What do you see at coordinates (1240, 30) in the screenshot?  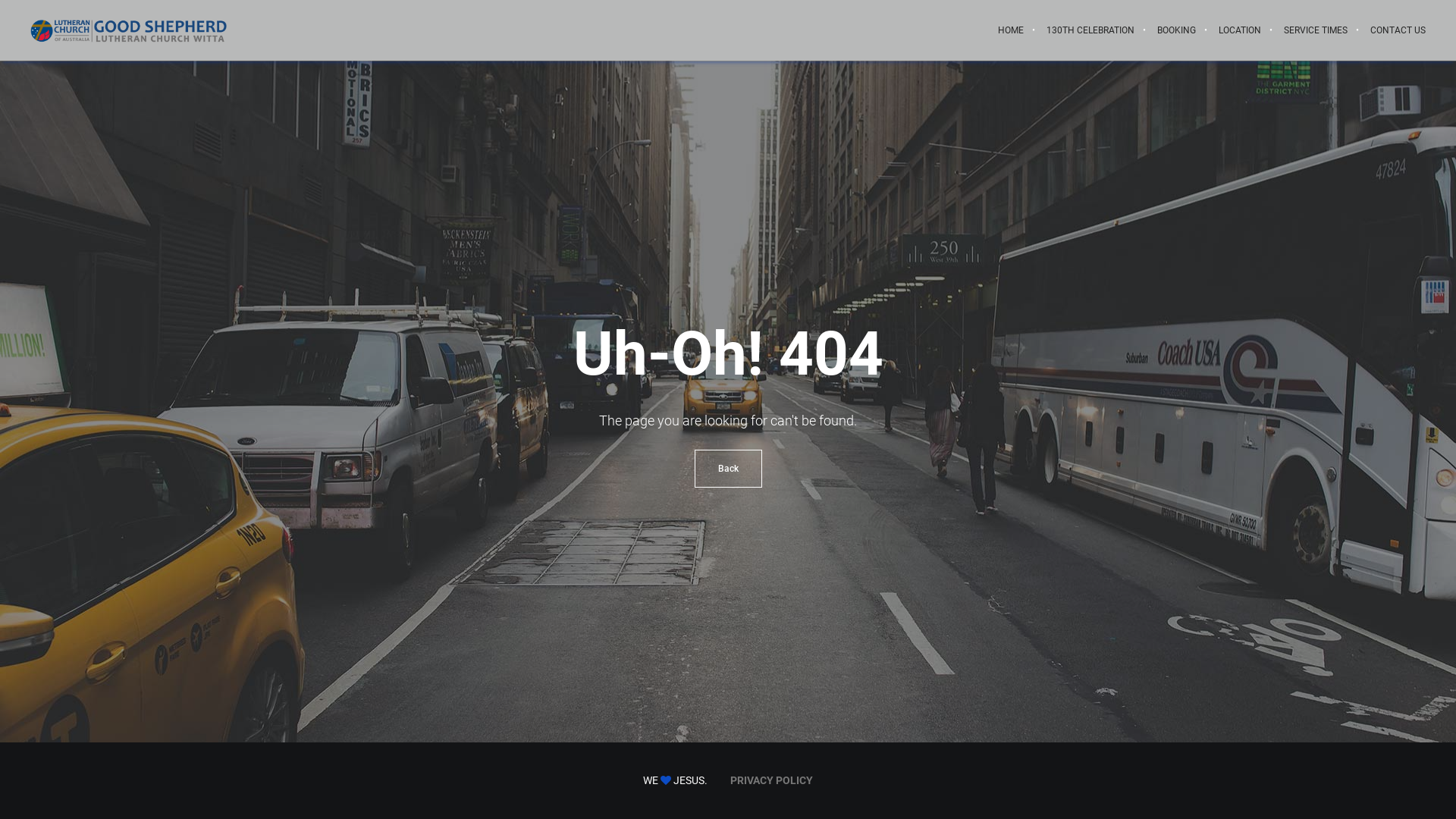 I see `'LOCATION'` at bounding box center [1240, 30].